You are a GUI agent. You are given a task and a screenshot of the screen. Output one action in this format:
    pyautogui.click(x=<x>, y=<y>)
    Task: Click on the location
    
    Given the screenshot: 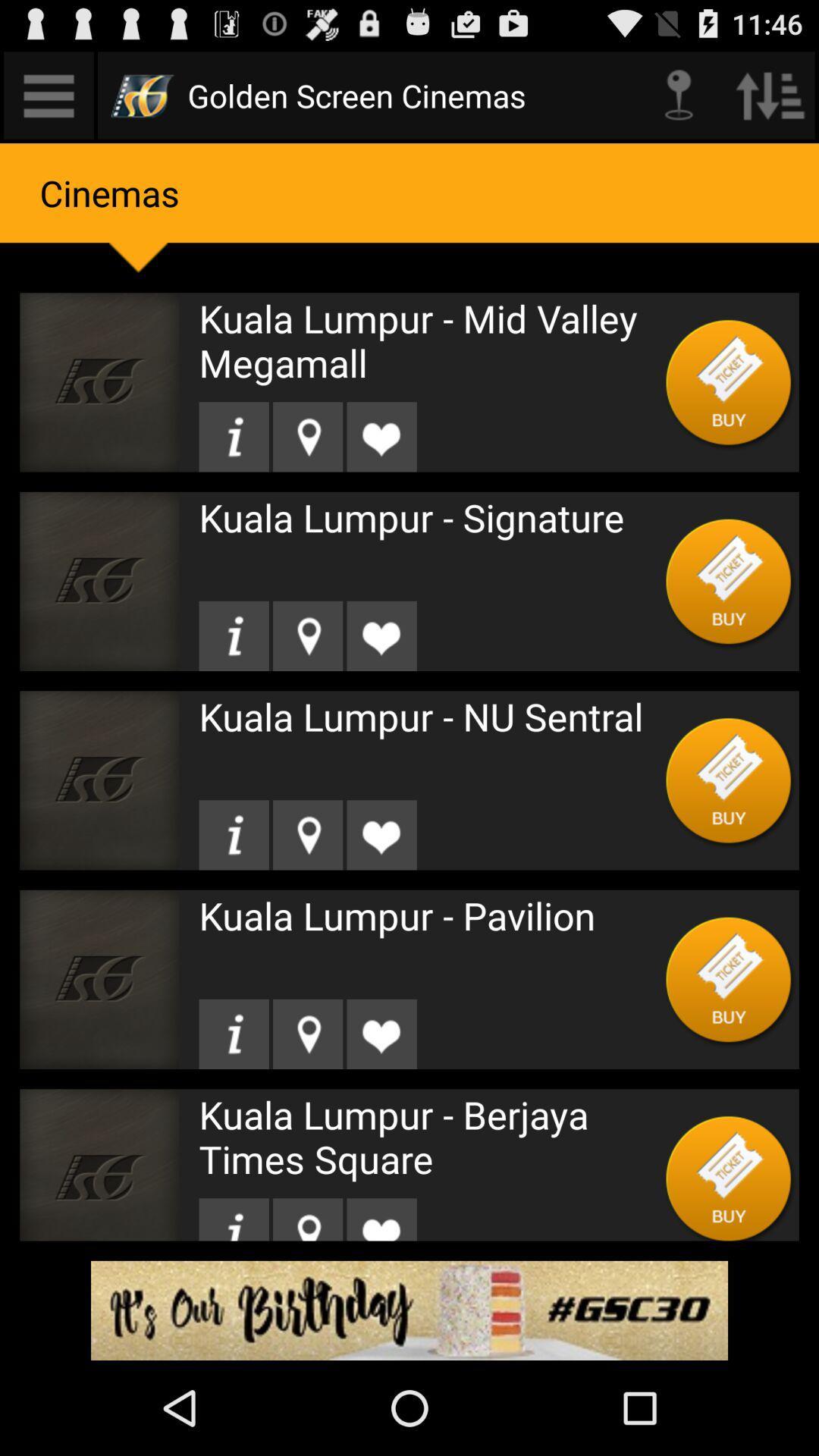 What is the action you would take?
    pyautogui.click(x=307, y=1033)
    